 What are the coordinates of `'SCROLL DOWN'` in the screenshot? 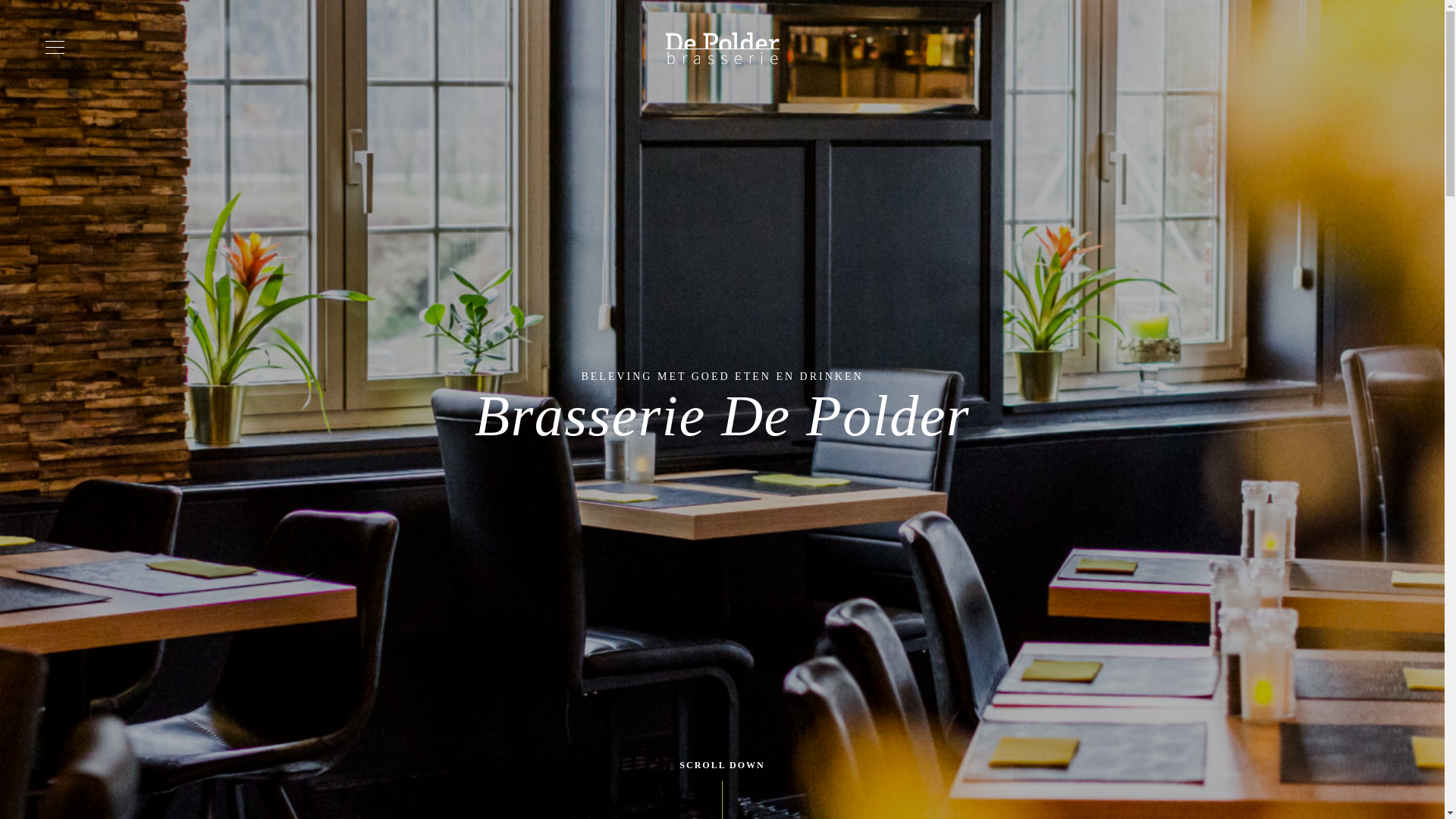 It's located at (720, 765).